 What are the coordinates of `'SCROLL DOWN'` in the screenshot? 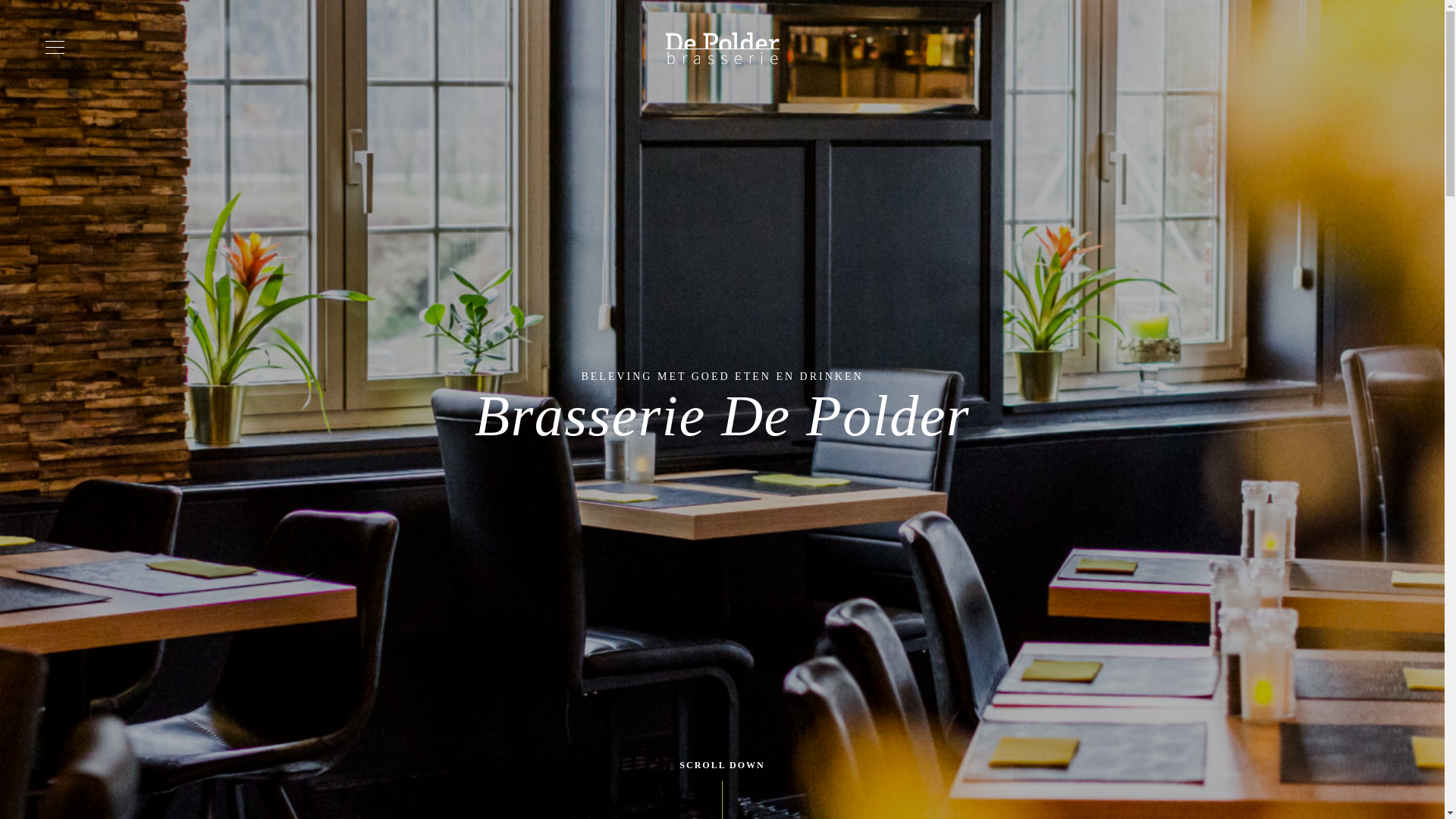 It's located at (720, 765).